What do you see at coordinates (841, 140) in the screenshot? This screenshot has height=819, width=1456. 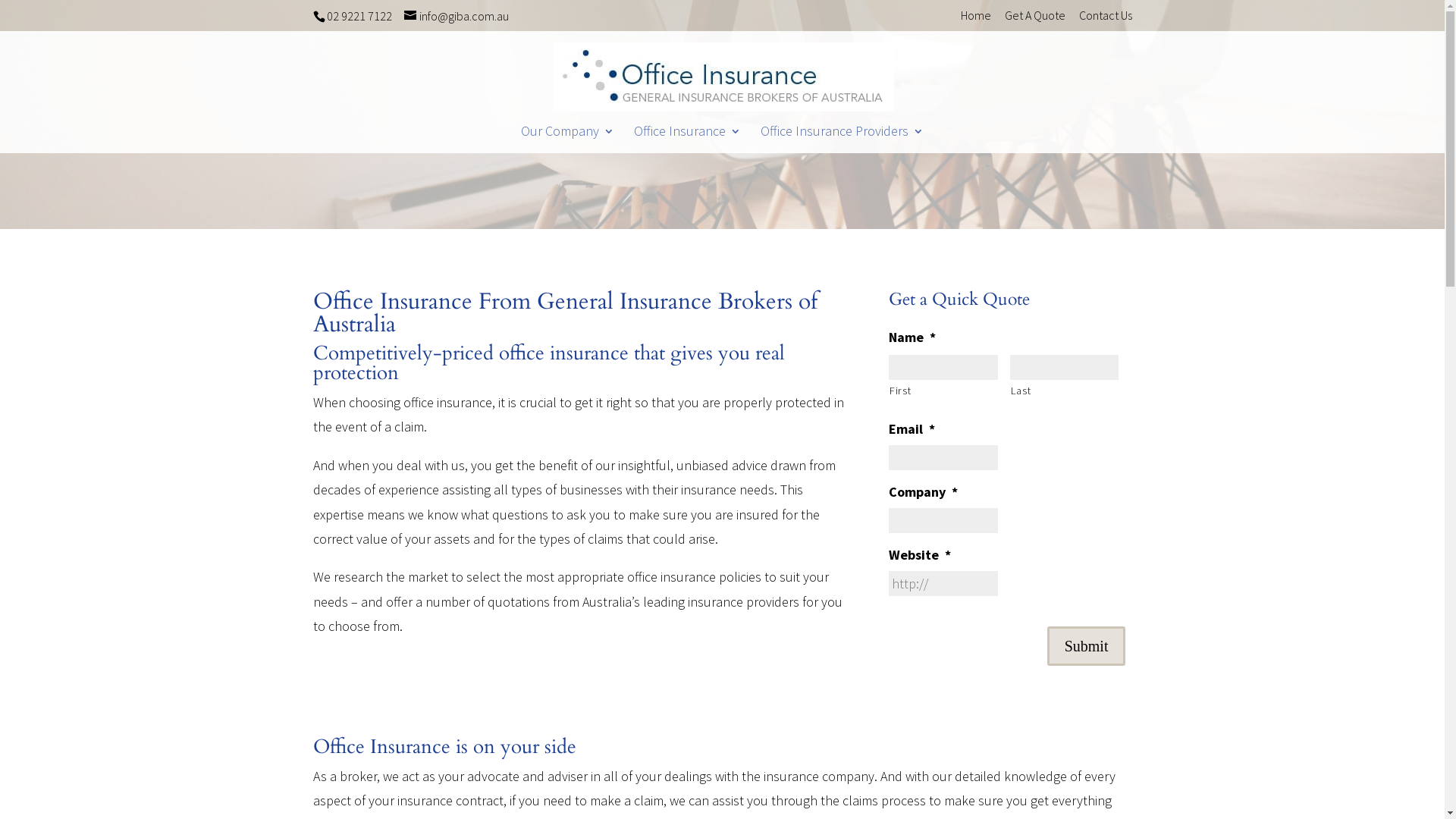 I see `'Office Insurance Providers'` at bounding box center [841, 140].